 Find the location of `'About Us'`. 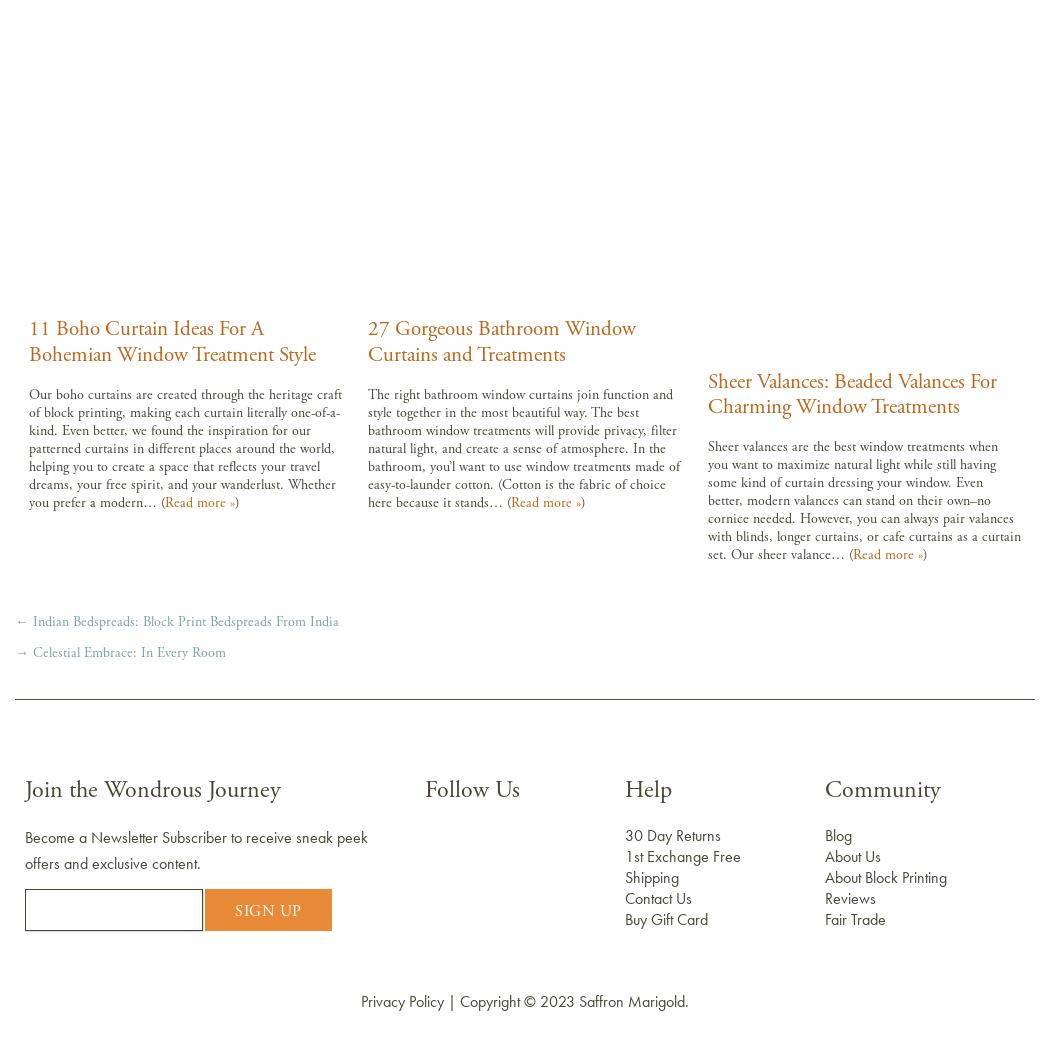

'About Us' is located at coordinates (853, 855).